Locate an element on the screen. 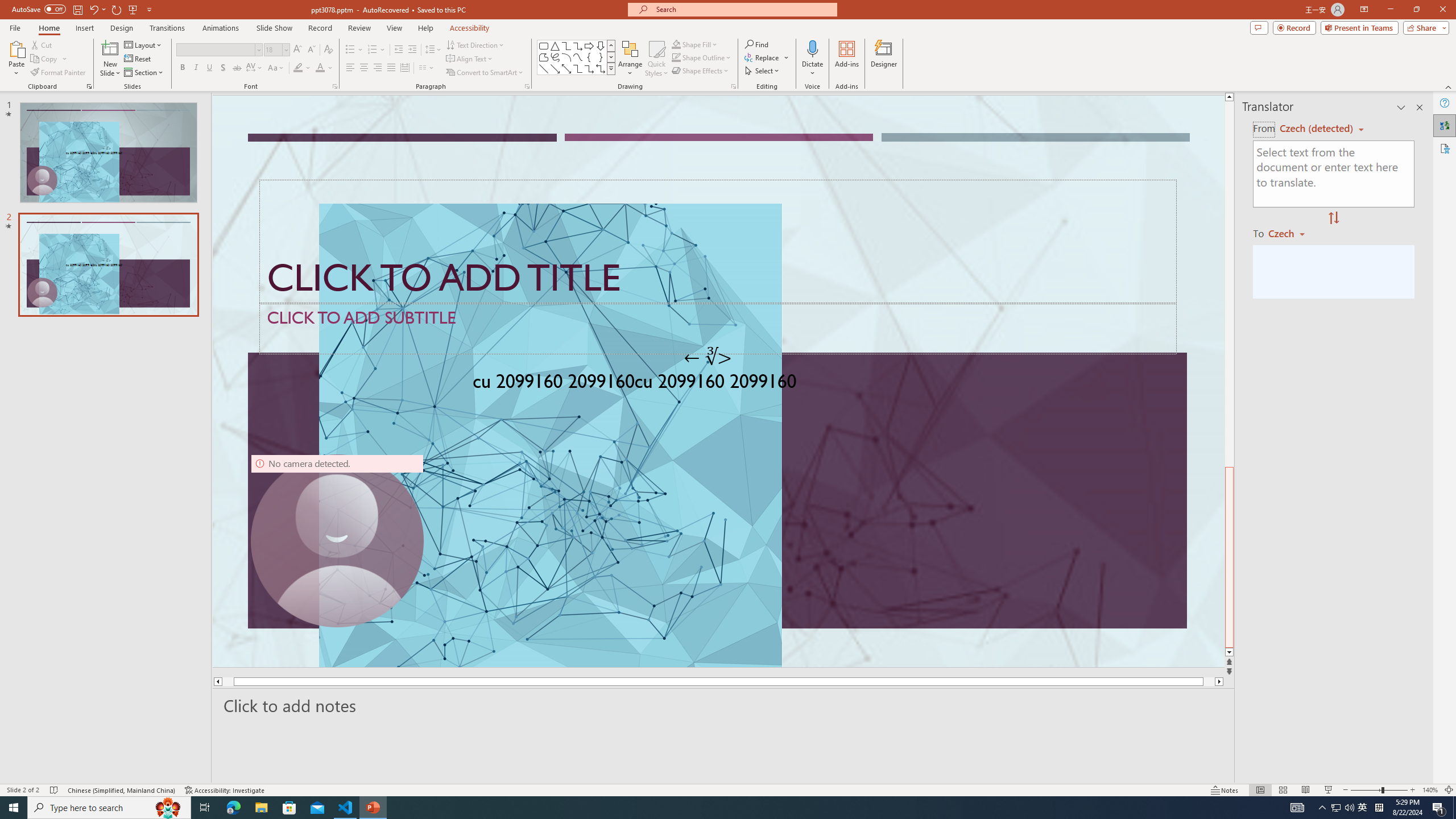 The width and height of the screenshot is (1456, 819). 'TextBox 7' is located at coordinates (708, 357).